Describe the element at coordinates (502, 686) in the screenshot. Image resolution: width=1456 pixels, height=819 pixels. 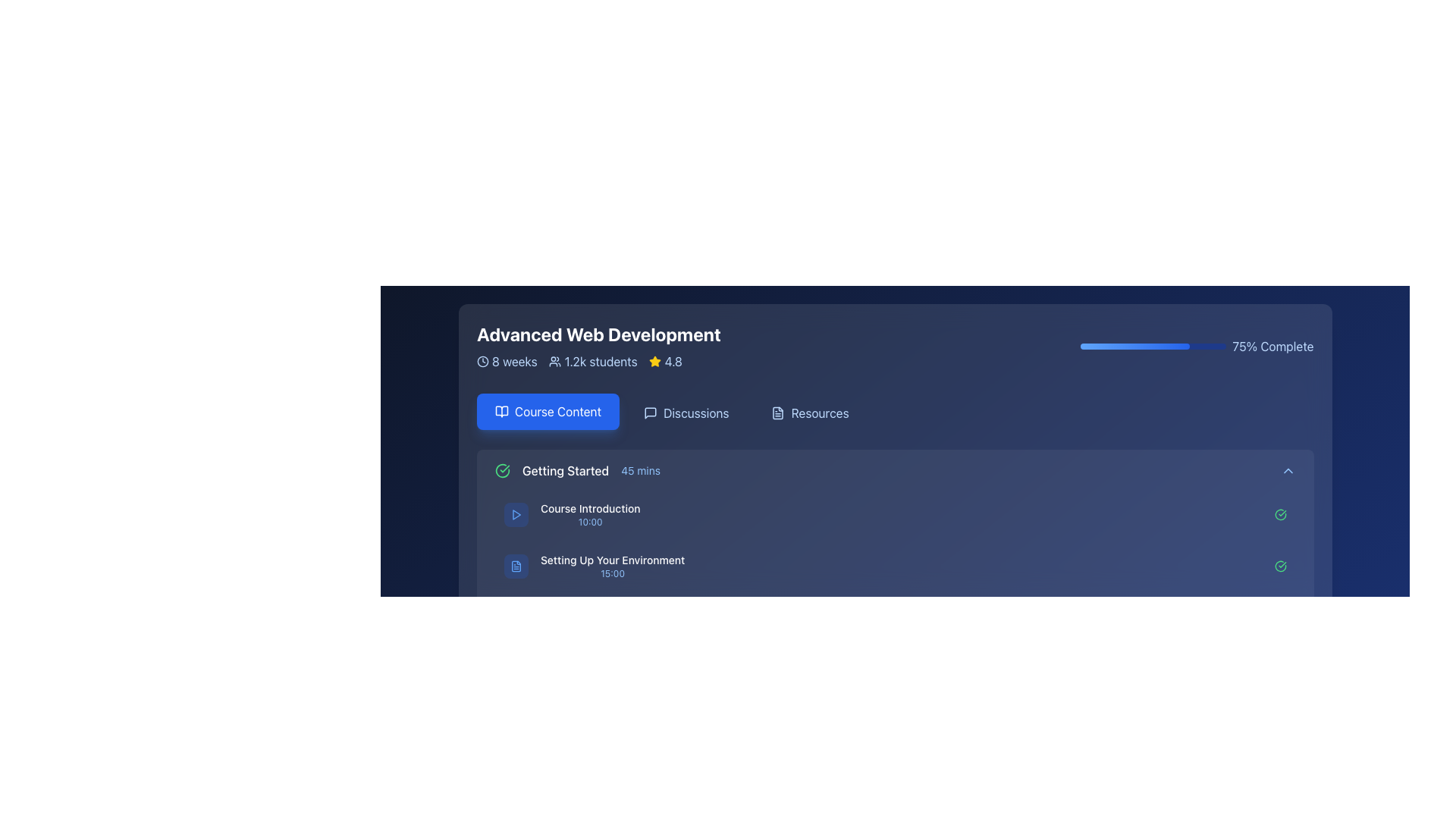
I see `the bordered circle, which serves as a status or selection indicator for the course module details` at that location.